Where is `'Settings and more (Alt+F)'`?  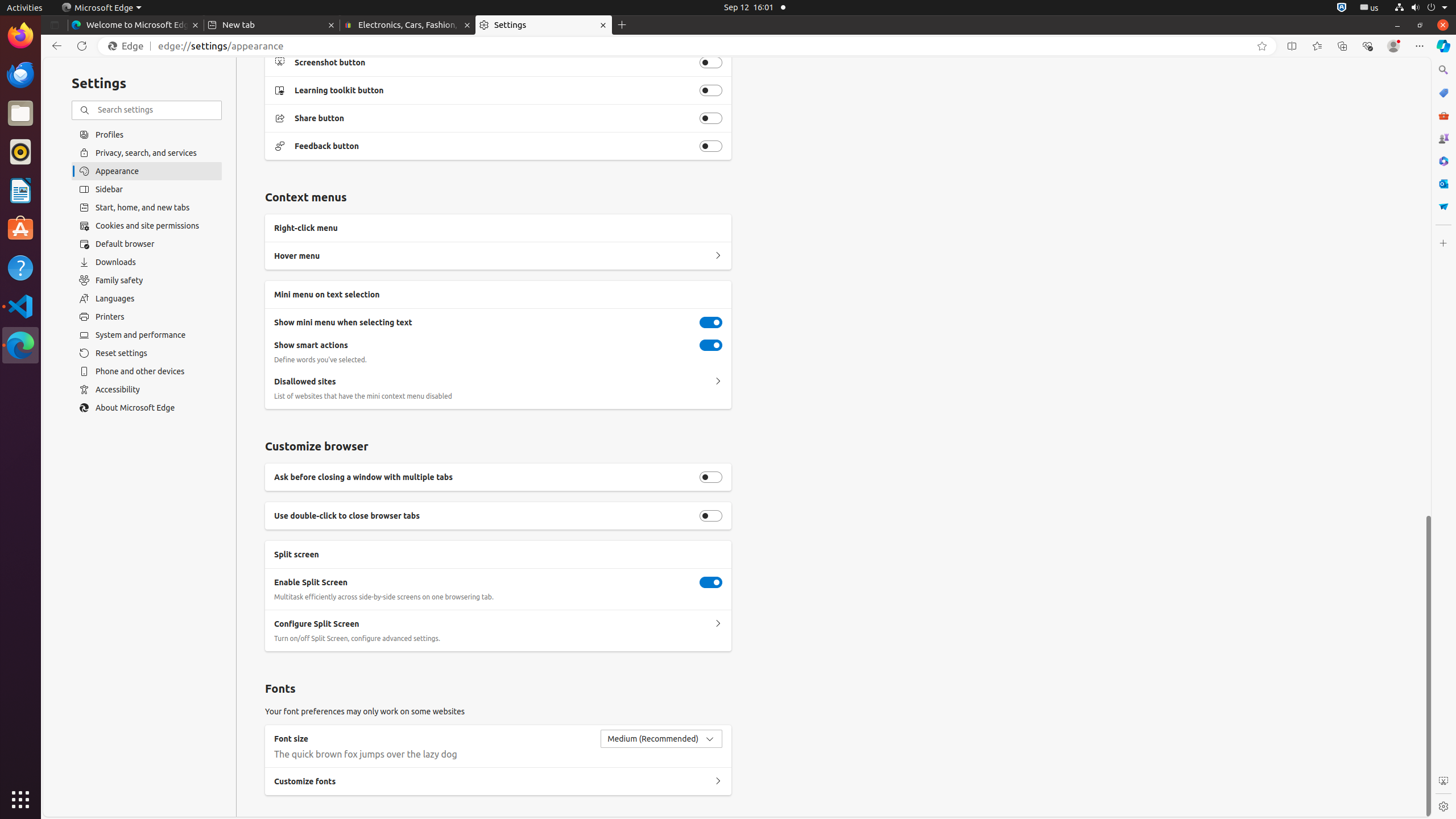 'Settings and more (Alt+F)' is located at coordinates (1419, 45).